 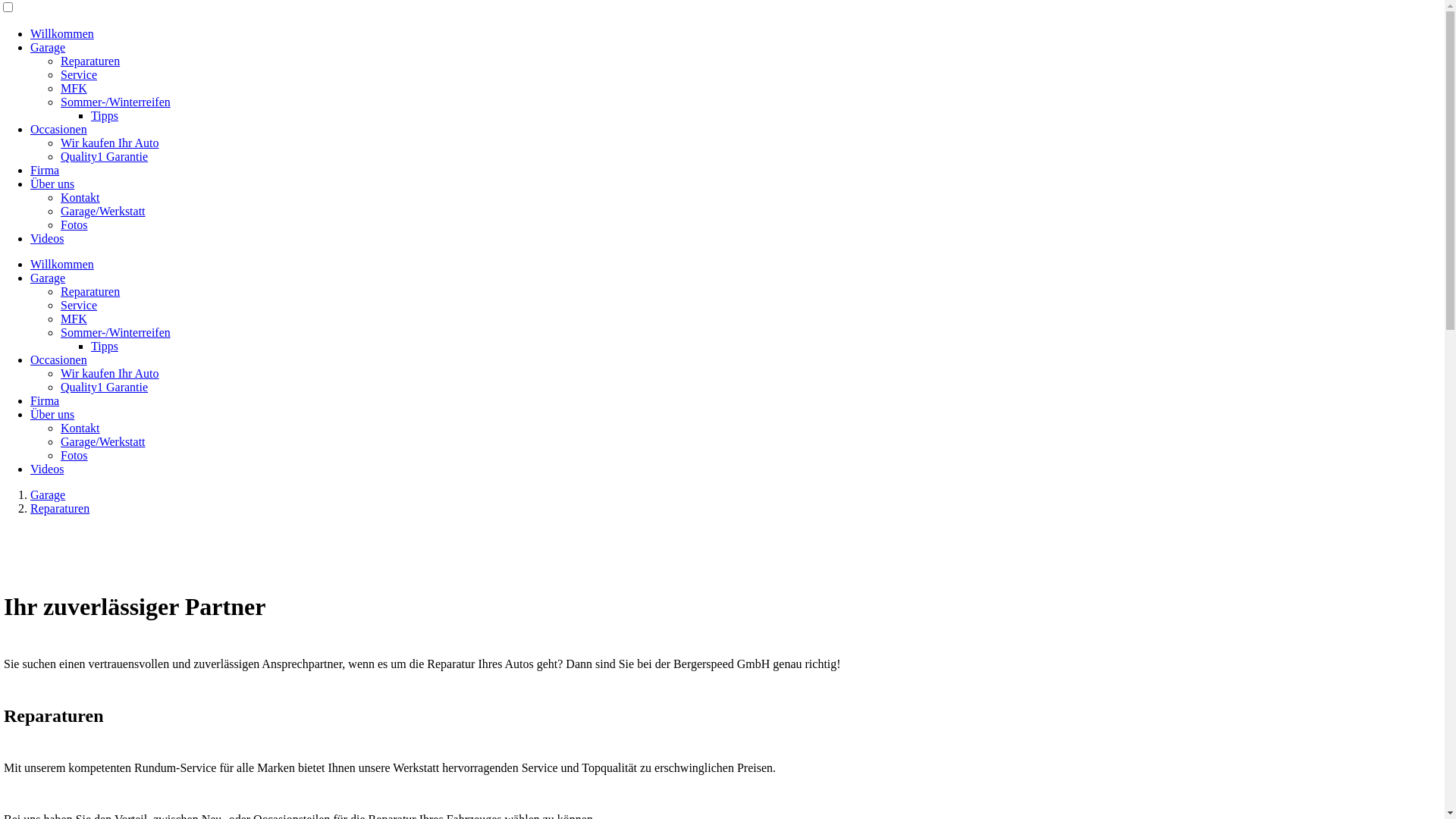 I want to click on 'MFK', so click(x=73, y=318).